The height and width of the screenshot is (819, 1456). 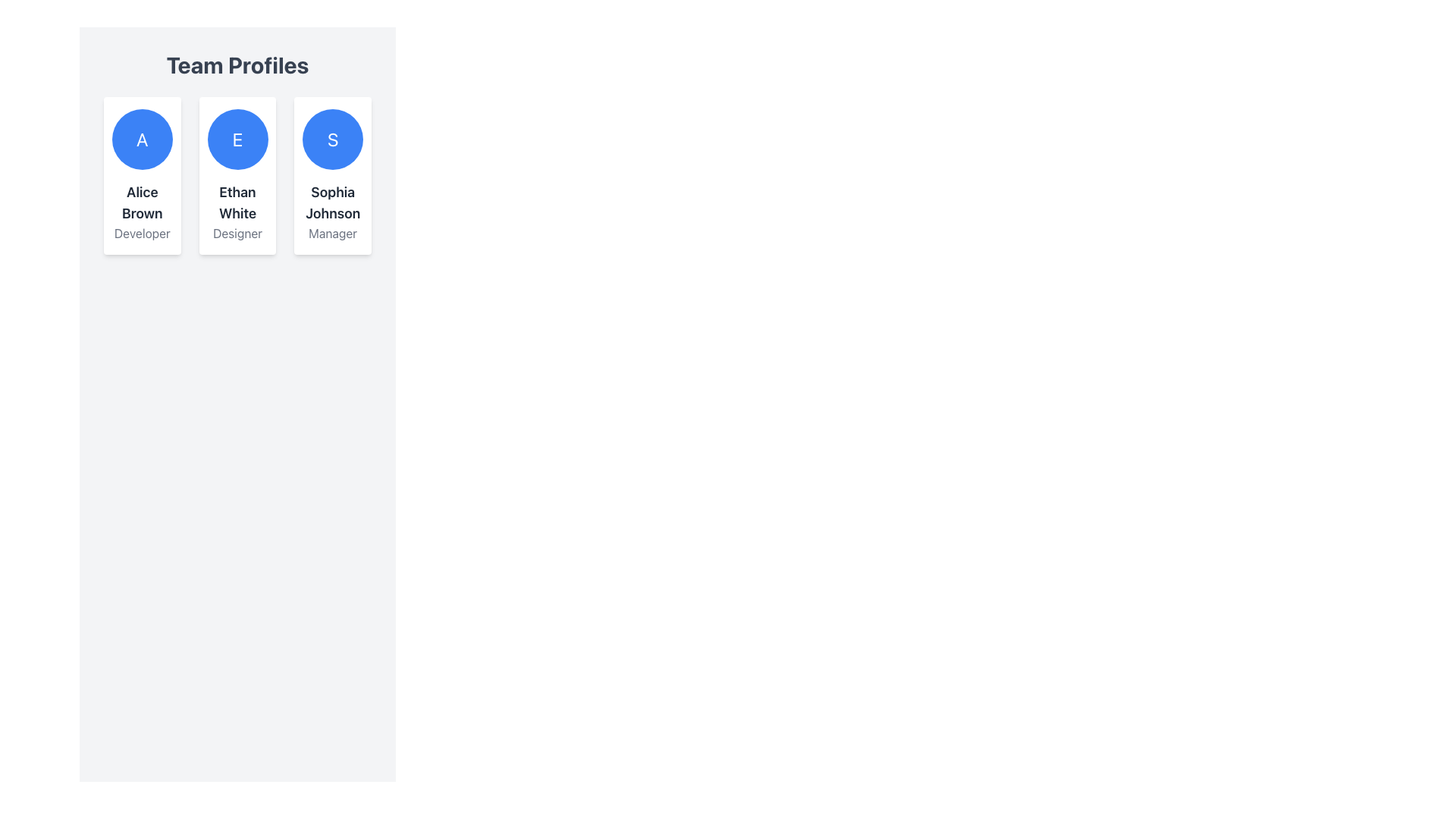 What do you see at coordinates (332, 174) in the screenshot?
I see `the user profile card displaying 'Sophia Johnson', which features a circular blue background with an 'S' in the center, located beneath 'Team Profiles'` at bounding box center [332, 174].